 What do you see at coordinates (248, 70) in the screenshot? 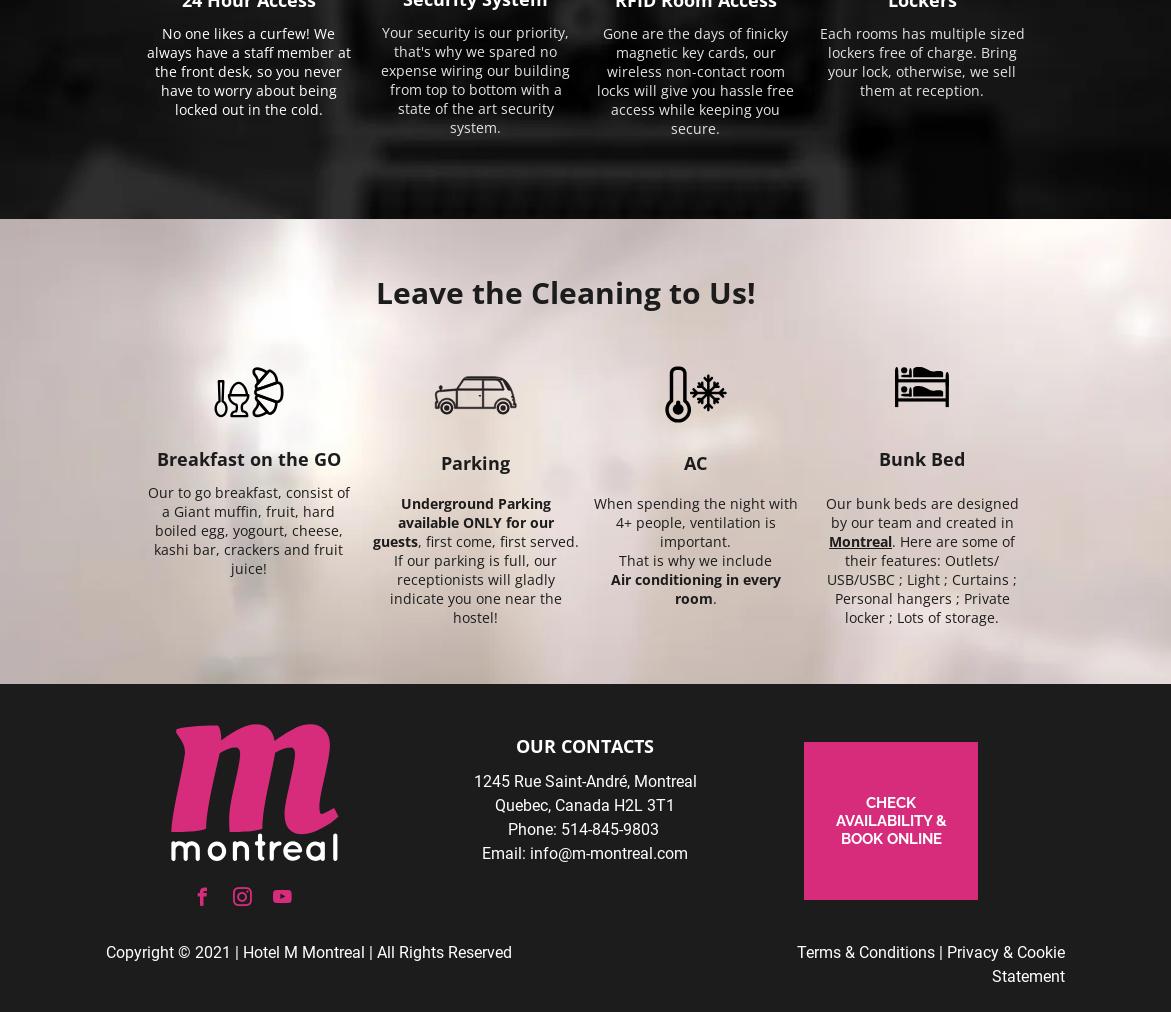
I see `'No one likes a curfew! We always have a staff member at the front desk, so you never have to worry about being locked out in the cold.'` at bounding box center [248, 70].